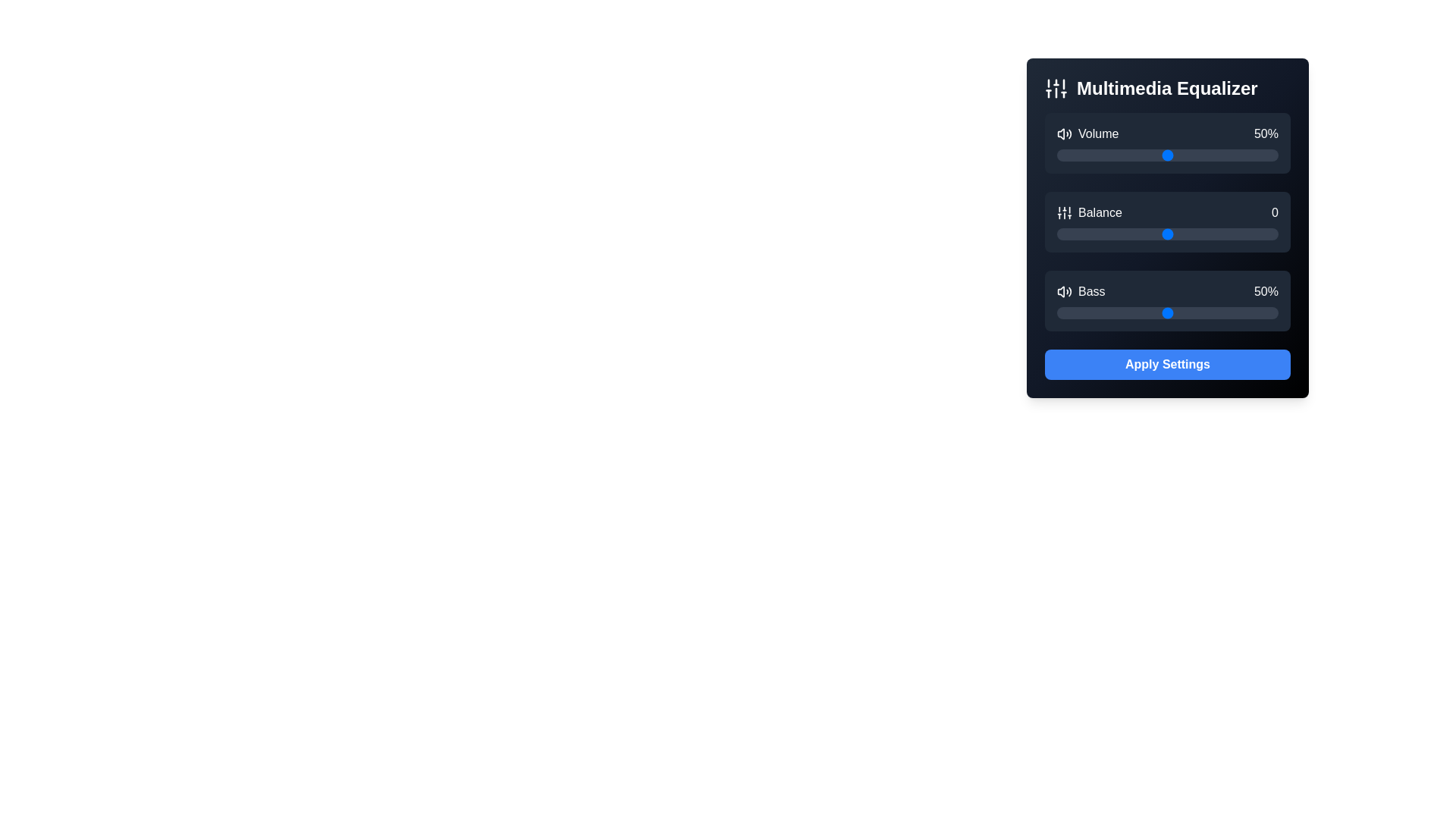  I want to click on the button that applies changes in the 'Multimedia Equalizer' control panel, located below the 'Volume', 'Balance', and 'Bass' sliders, so click(1167, 365).